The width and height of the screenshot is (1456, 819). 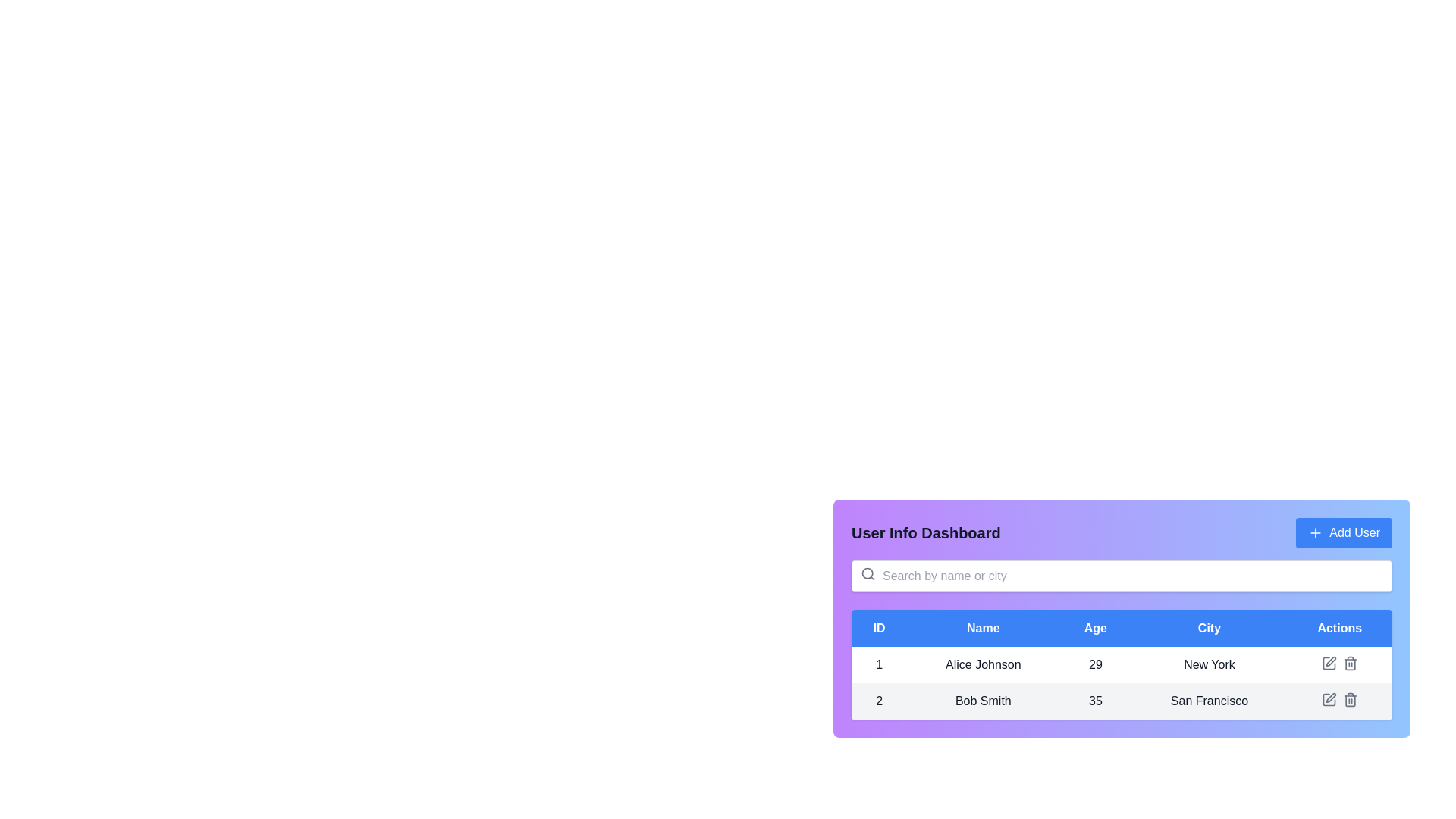 I want to click on the text element displaying the number '29', which is located in the third column under the header 'Age' and corresponds to the user 'Alice Johnson', so click(x=1095, y=664).